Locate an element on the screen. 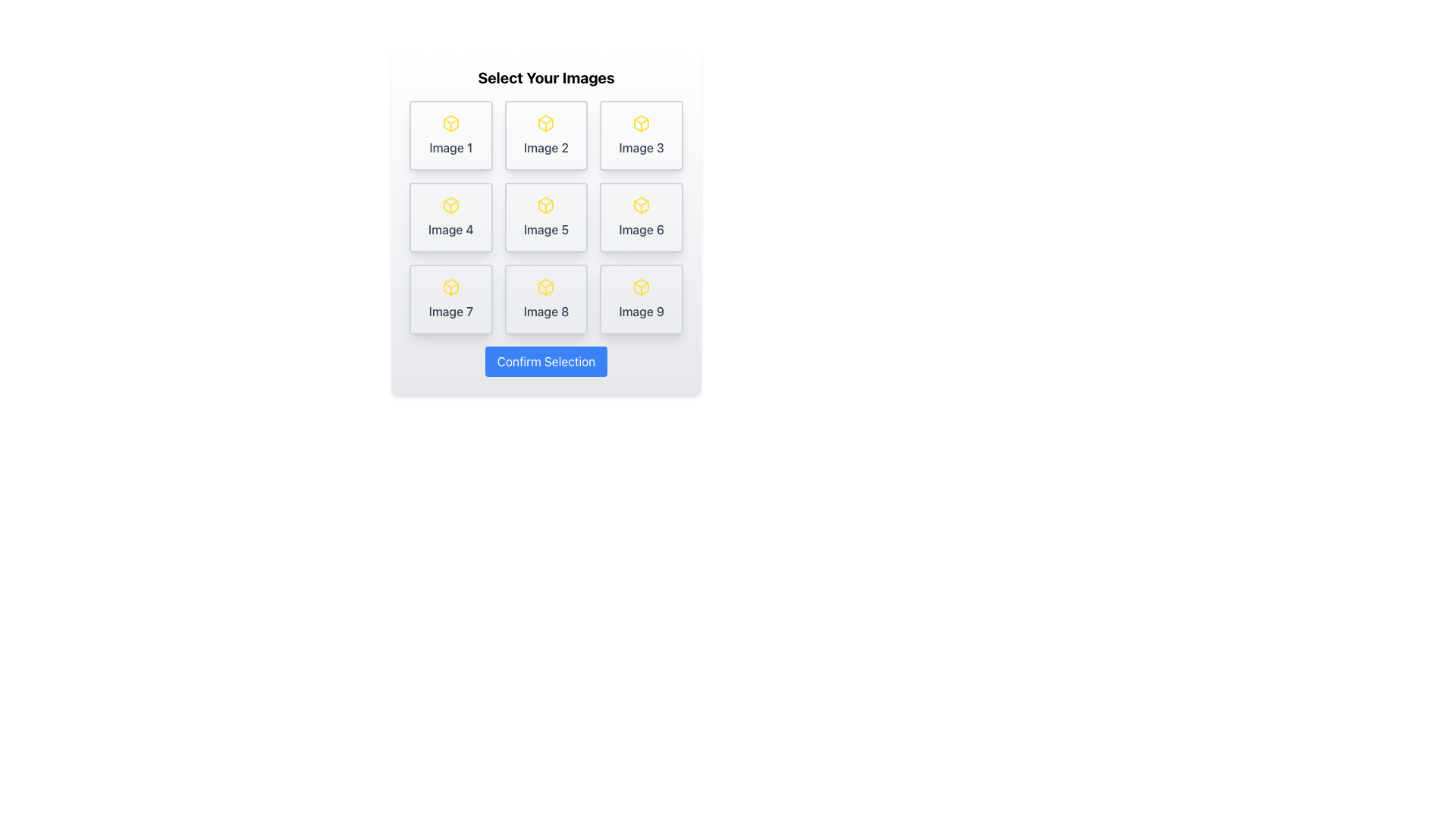 The image size is (1456, 819). the first button-like card in the grid labeled 'Image 1' is located at coordinates (450, 134).